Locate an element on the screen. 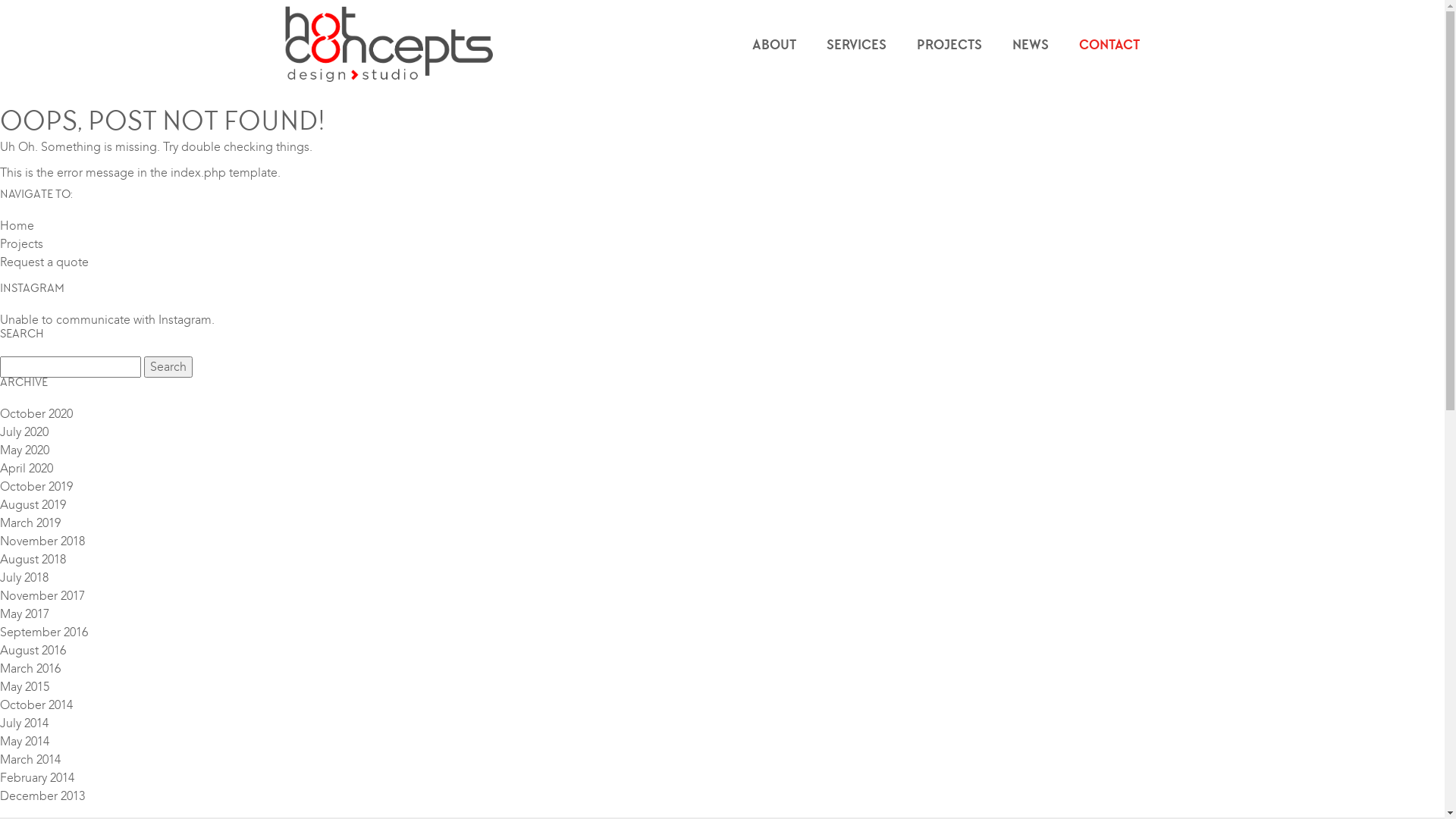  'Request a quote' is located at coordinates (44, 262).